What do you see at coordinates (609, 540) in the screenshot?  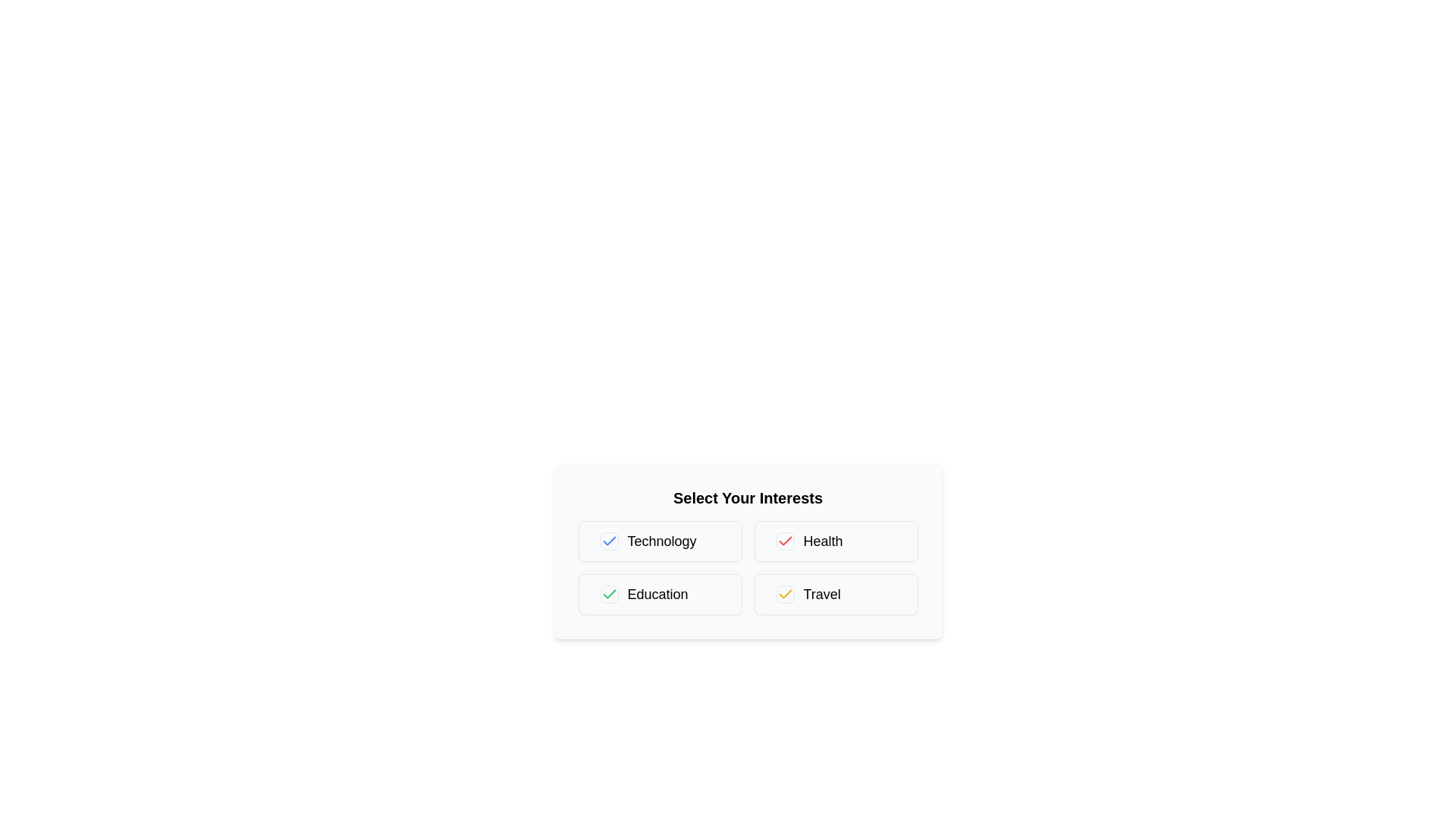 I see `the checkbox for 'Technology' to select or deselect it` at bounding box center [609, 540].